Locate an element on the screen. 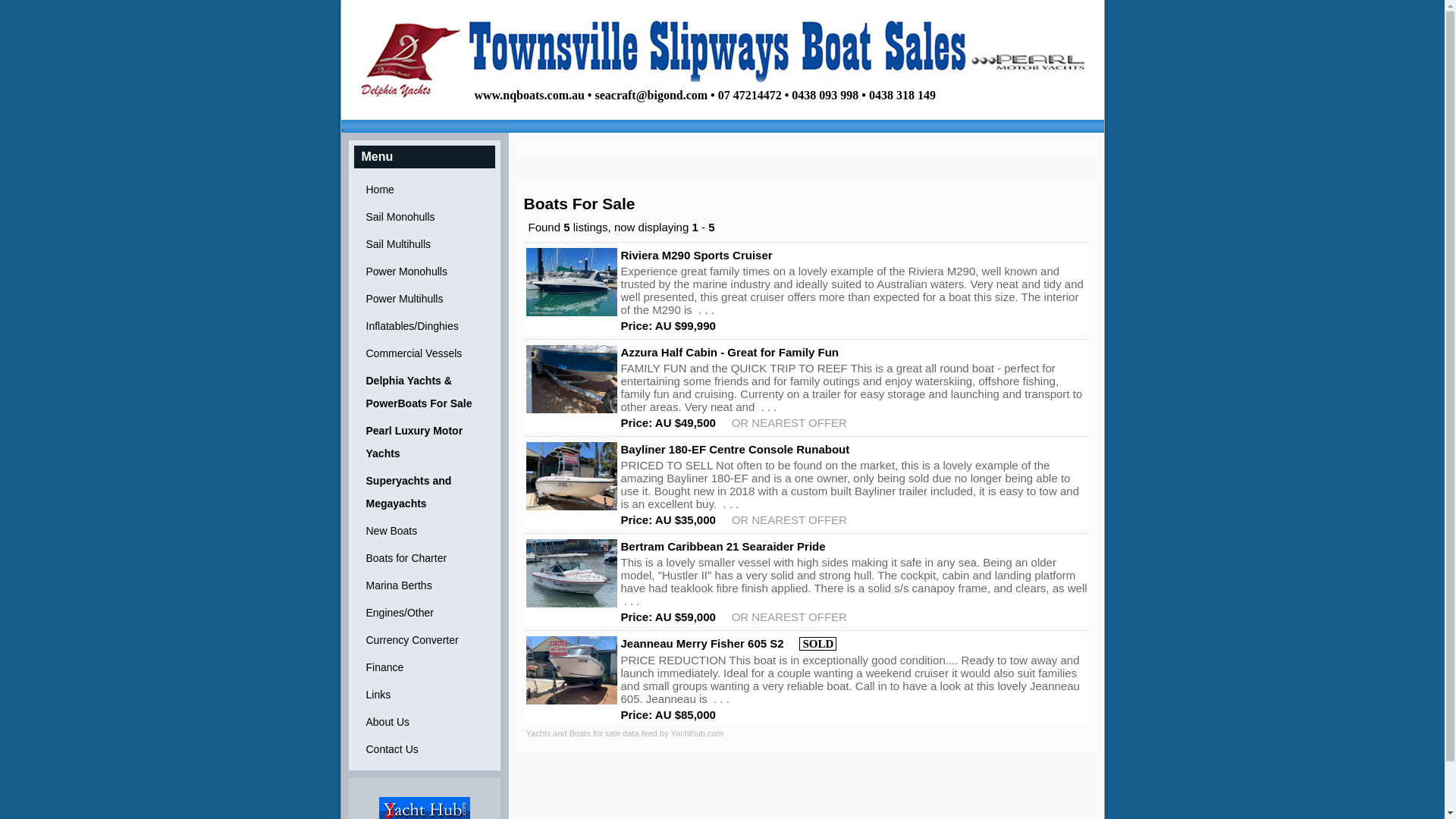  'Home' is located at coordinates (425, 189).